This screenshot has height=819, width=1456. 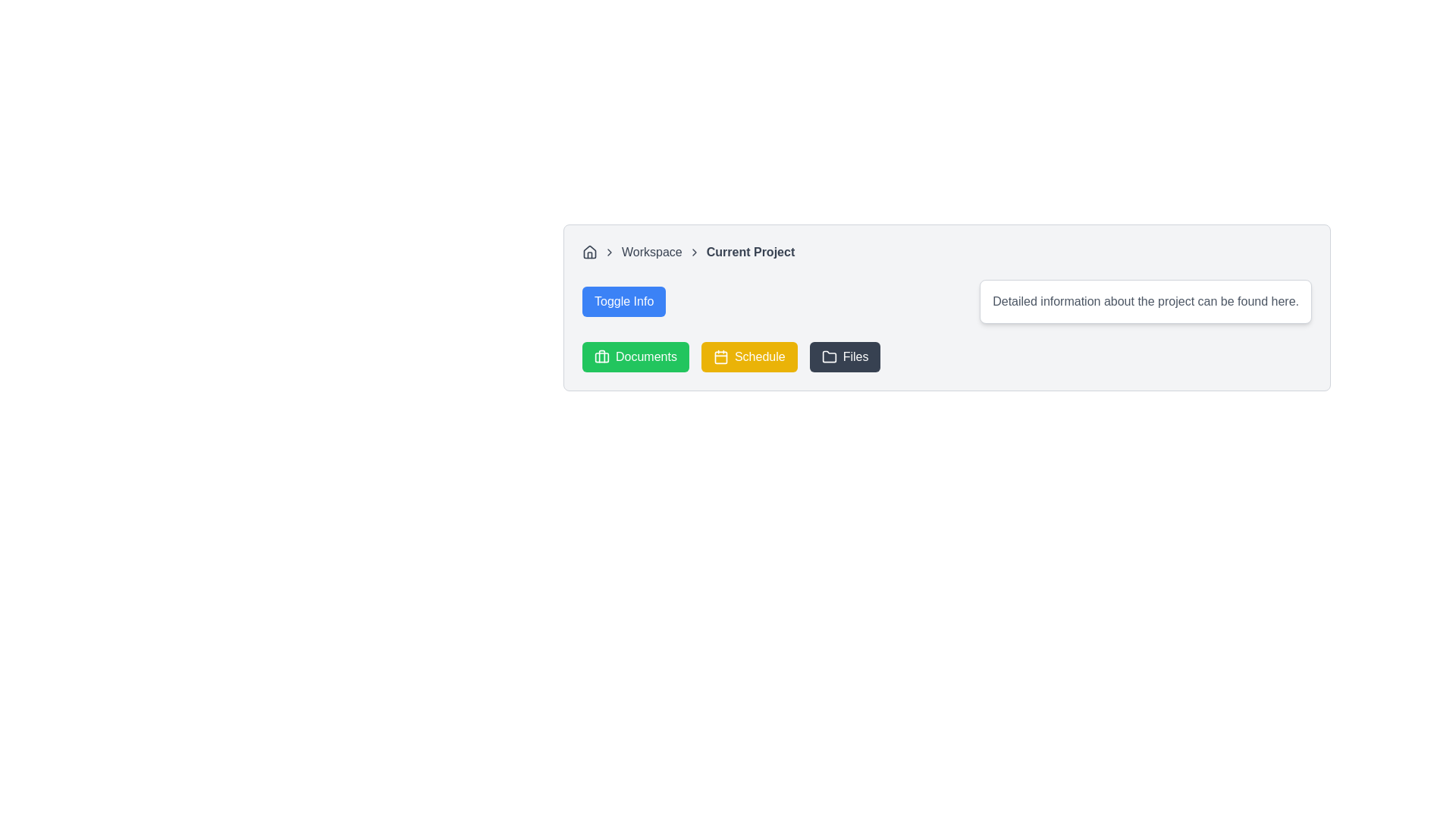 I want to click on the blue rectangular button labeled 'Toggle Info' to change its color, so click(x=624, y=301).